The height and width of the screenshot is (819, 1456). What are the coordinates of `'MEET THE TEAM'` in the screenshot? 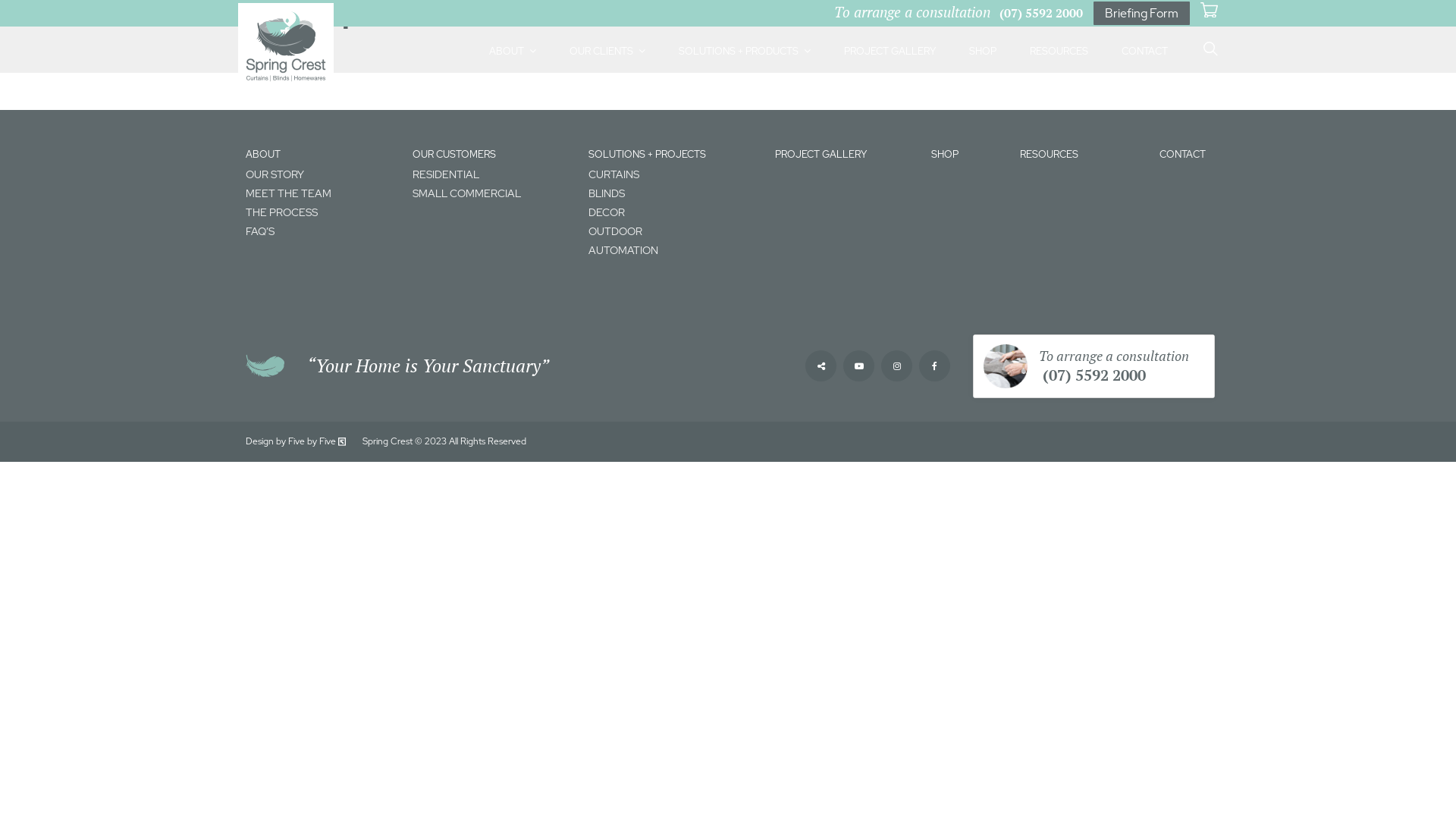 It's located at (320, 193).